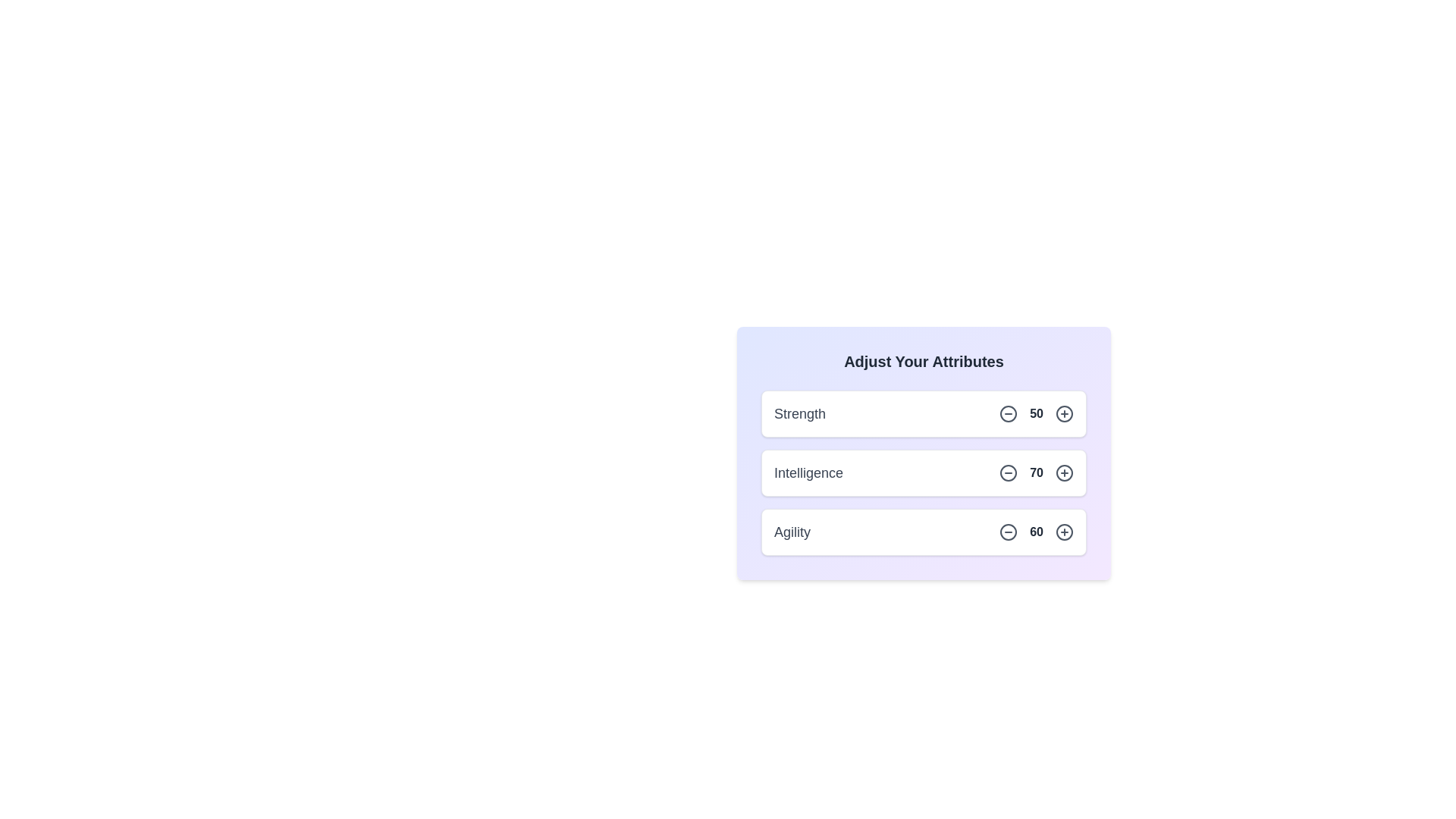  What do you see at coordinates (1063, 414) in the screenshot?
I see `the plus icon for the attribute Strength to increase its value` at bounding box center [1063, 414].